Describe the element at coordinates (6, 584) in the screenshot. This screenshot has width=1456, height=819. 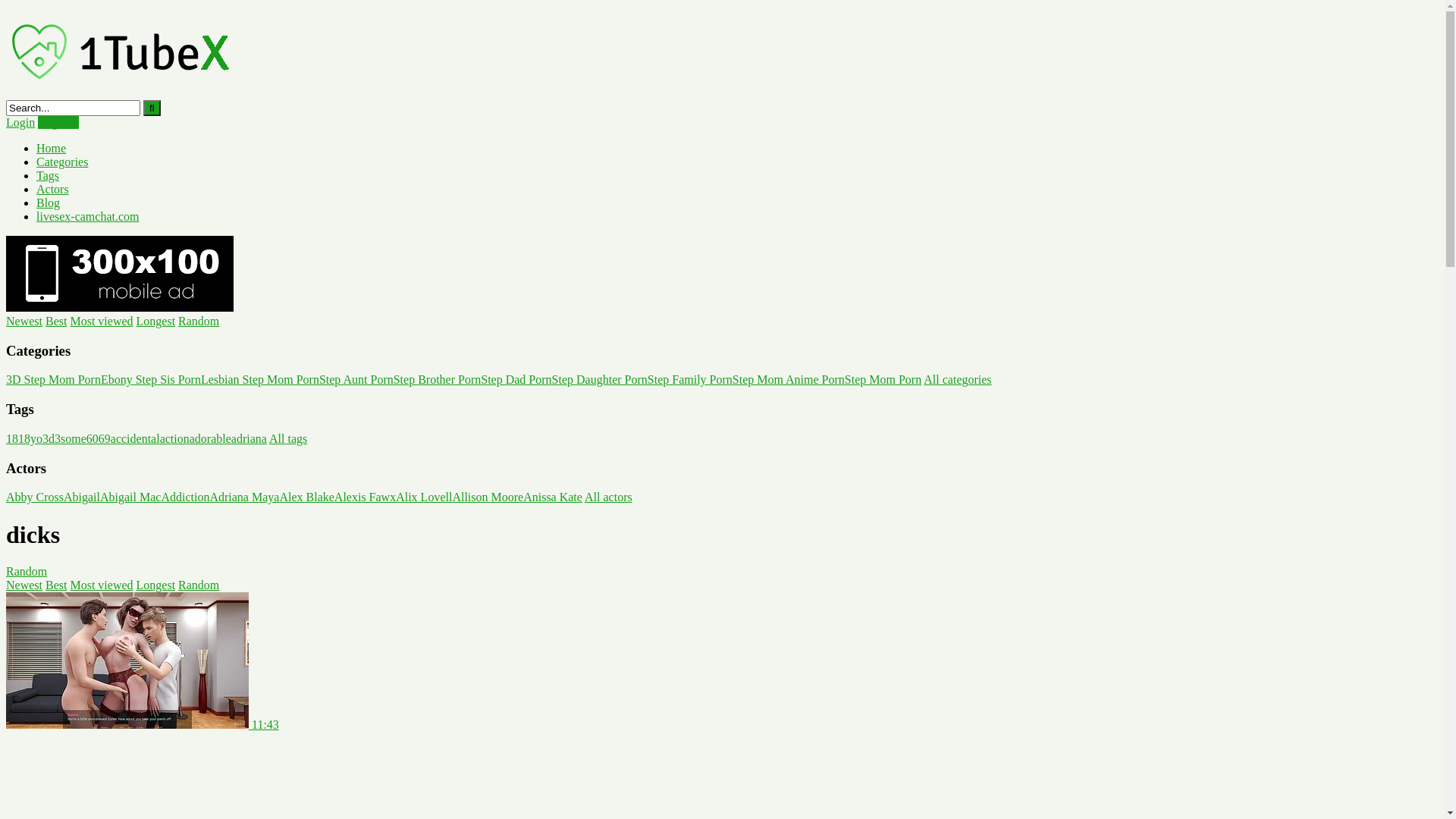
I see `'Newest'` at that location.